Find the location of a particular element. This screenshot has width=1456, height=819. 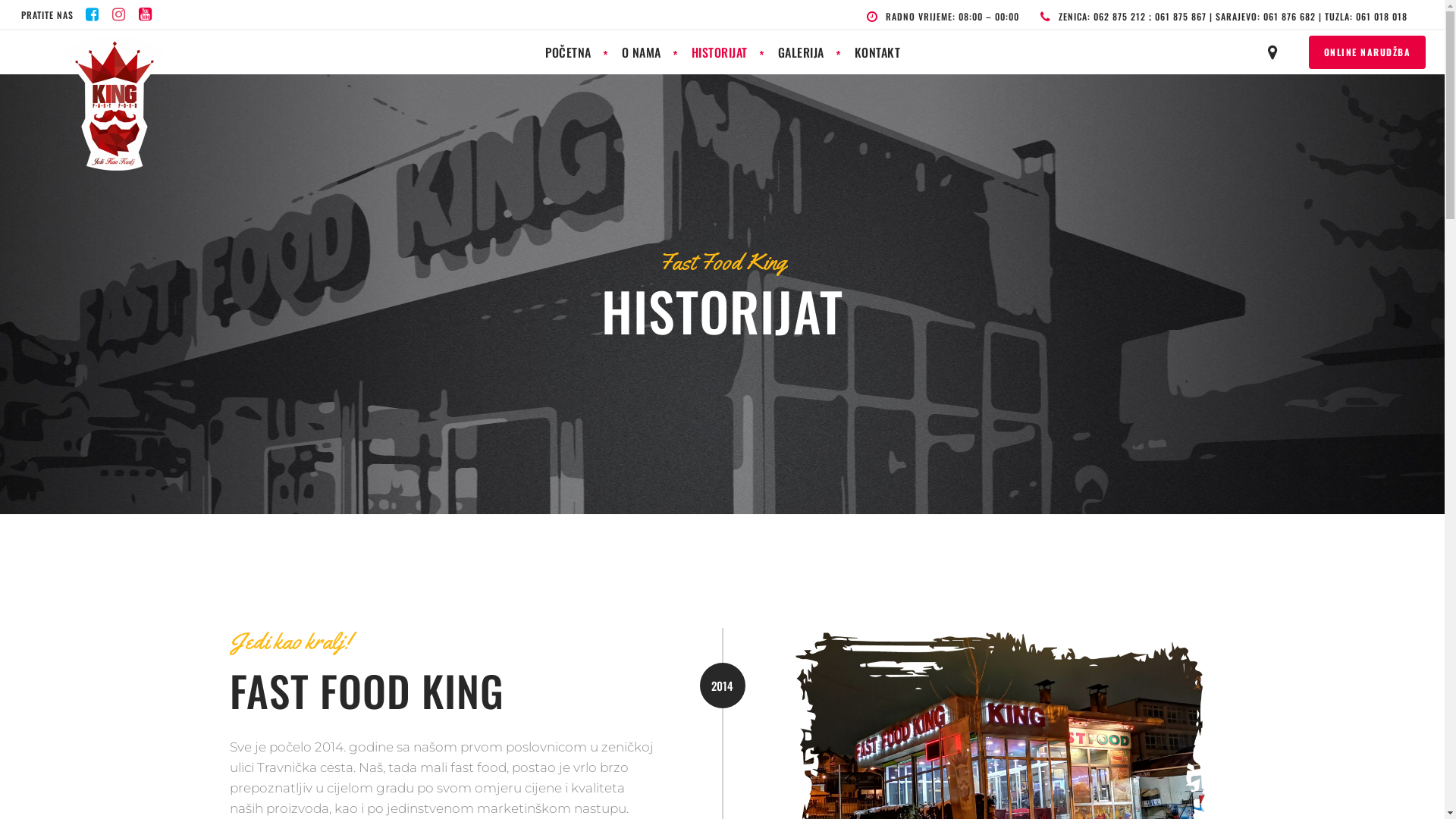

'O NAMA' is located at coordinates (641, 52).